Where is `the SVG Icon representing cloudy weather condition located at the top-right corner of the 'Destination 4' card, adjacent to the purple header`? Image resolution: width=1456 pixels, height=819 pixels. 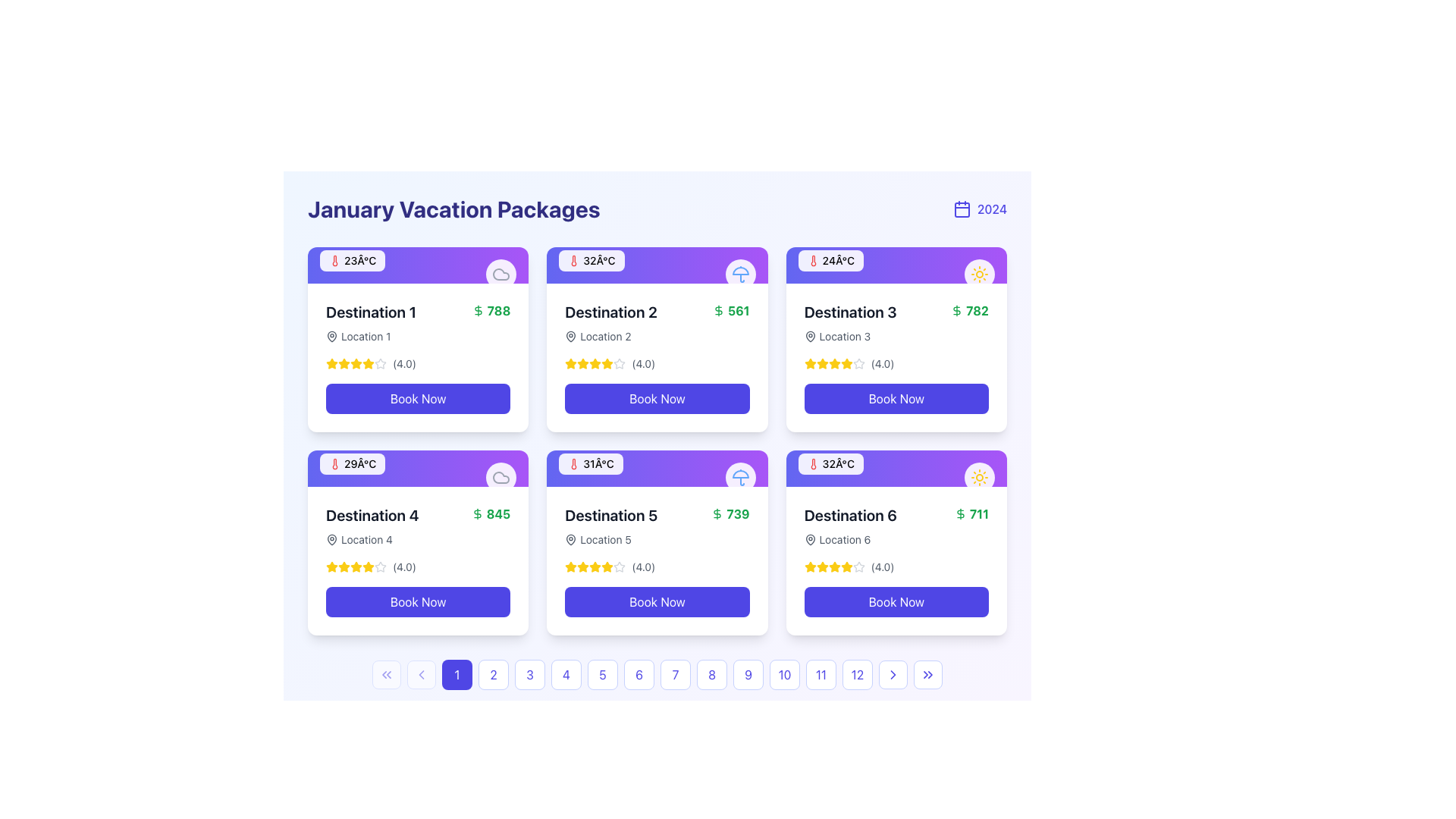
the SVG Icon representing cloudy weather condition located at the top-right corner of the 'Destination 4' card, adjacent to the purple header is located at coordinates (501, 275).